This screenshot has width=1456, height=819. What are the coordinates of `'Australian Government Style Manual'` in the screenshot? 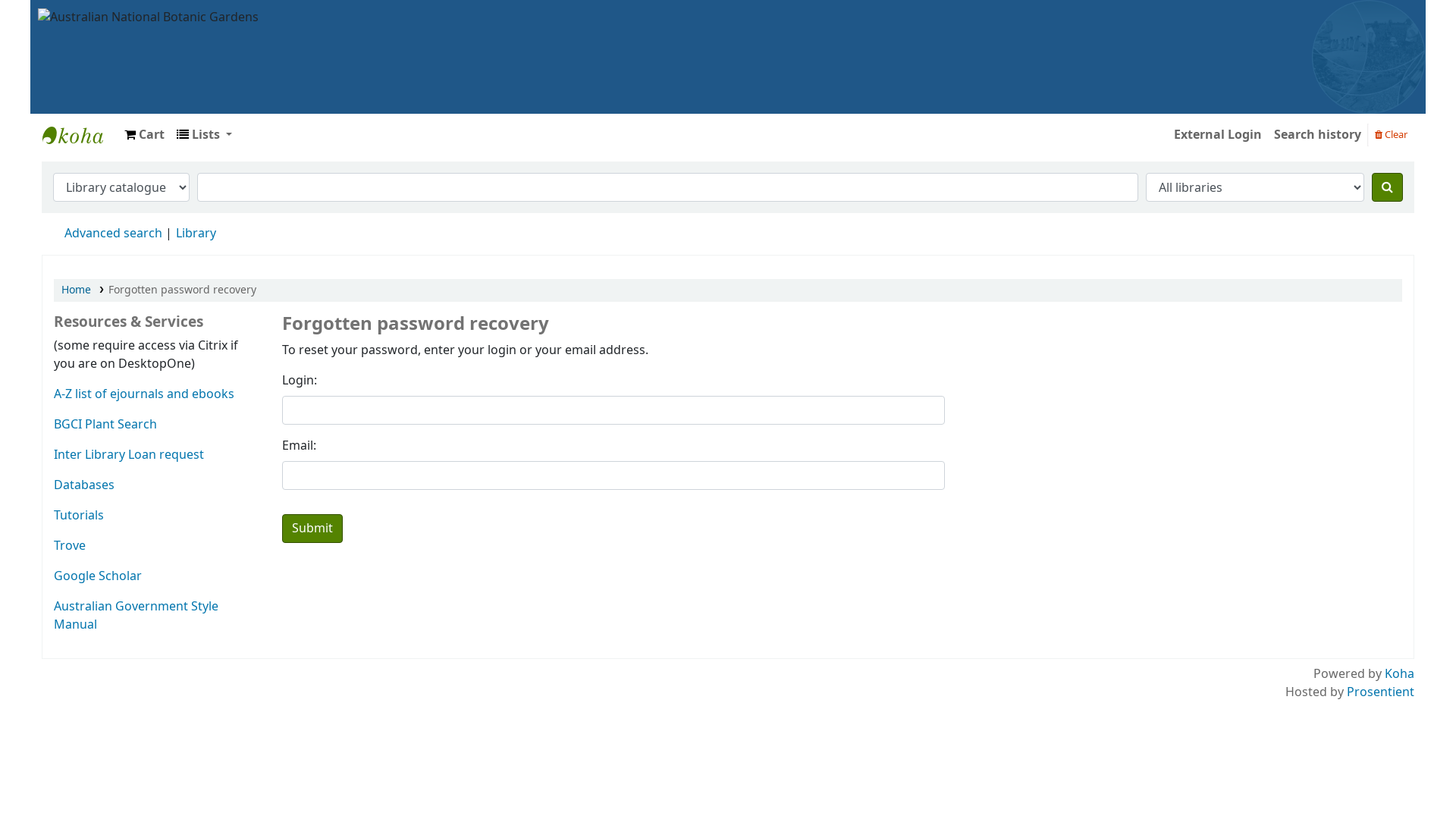 It's located at (136, 616).